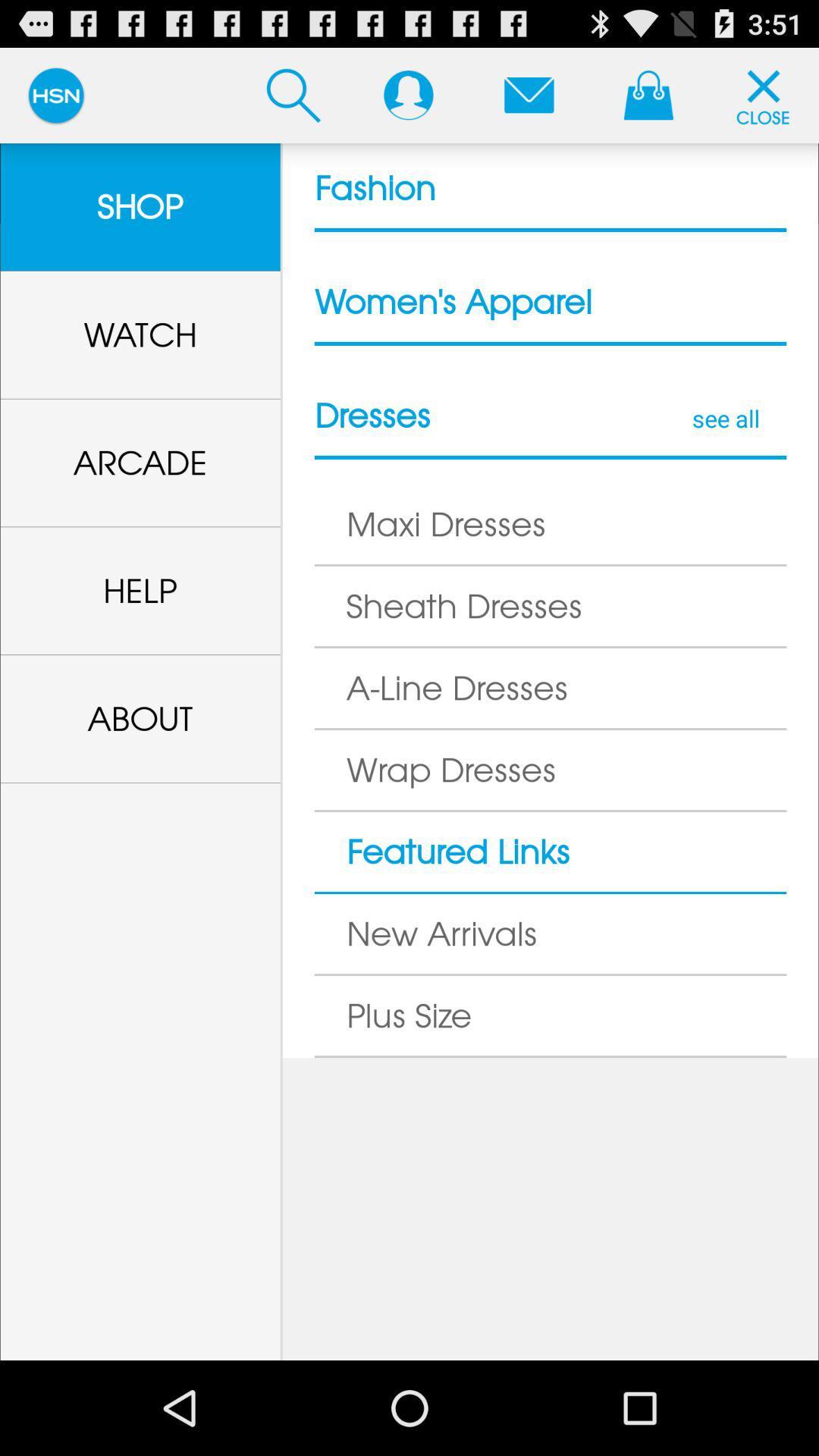 The image size is (819, 1456). I want to click on email, so click(528, 94).